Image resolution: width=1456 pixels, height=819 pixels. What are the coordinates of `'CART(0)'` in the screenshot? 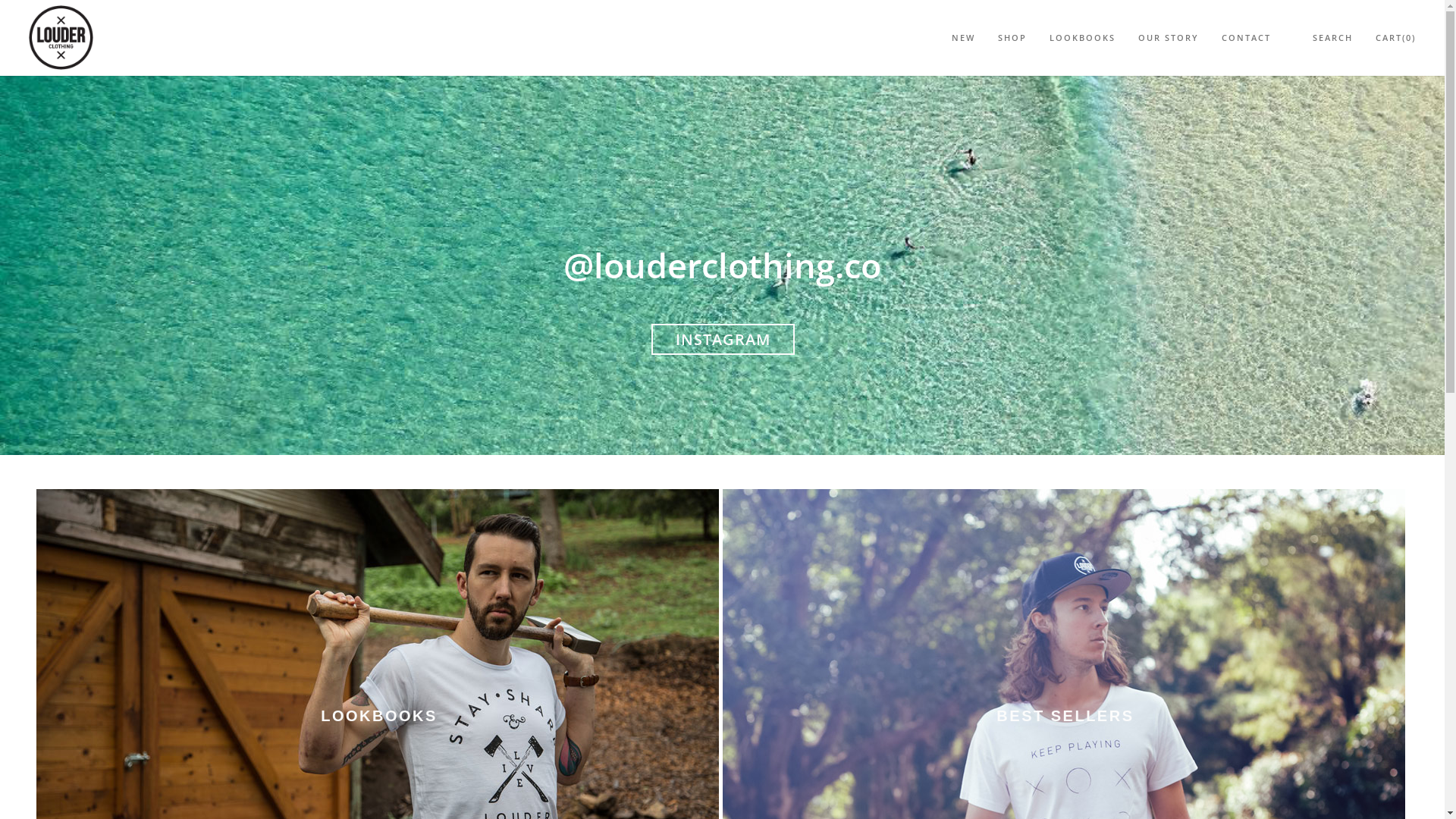 It's located at (1395, 37).